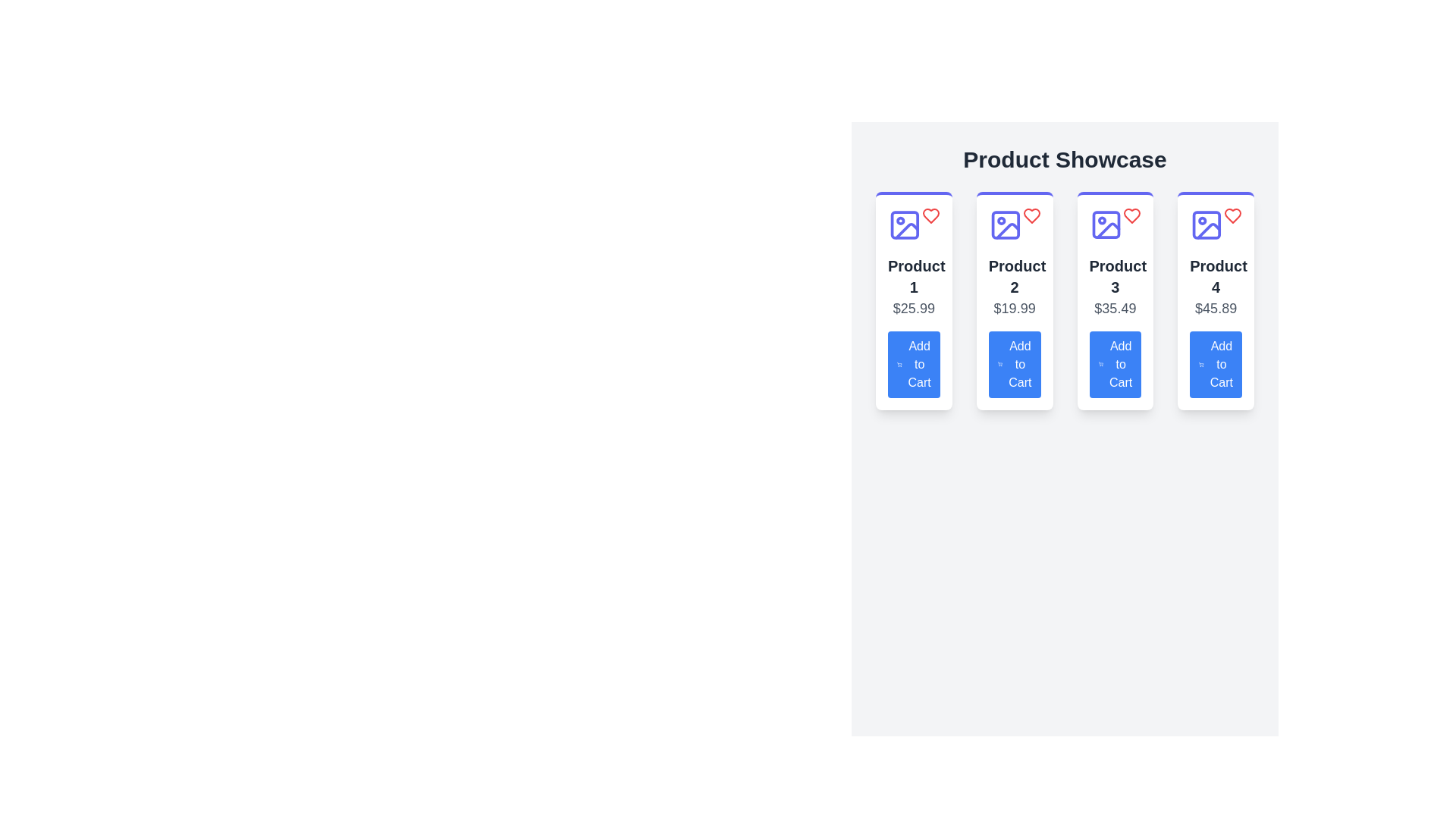 This screenshot has height=819, width=1456. I want to click on the text label displaying 'Product 2' which is centrally located above its corresponding price within the second product card, so click(1015, 277).